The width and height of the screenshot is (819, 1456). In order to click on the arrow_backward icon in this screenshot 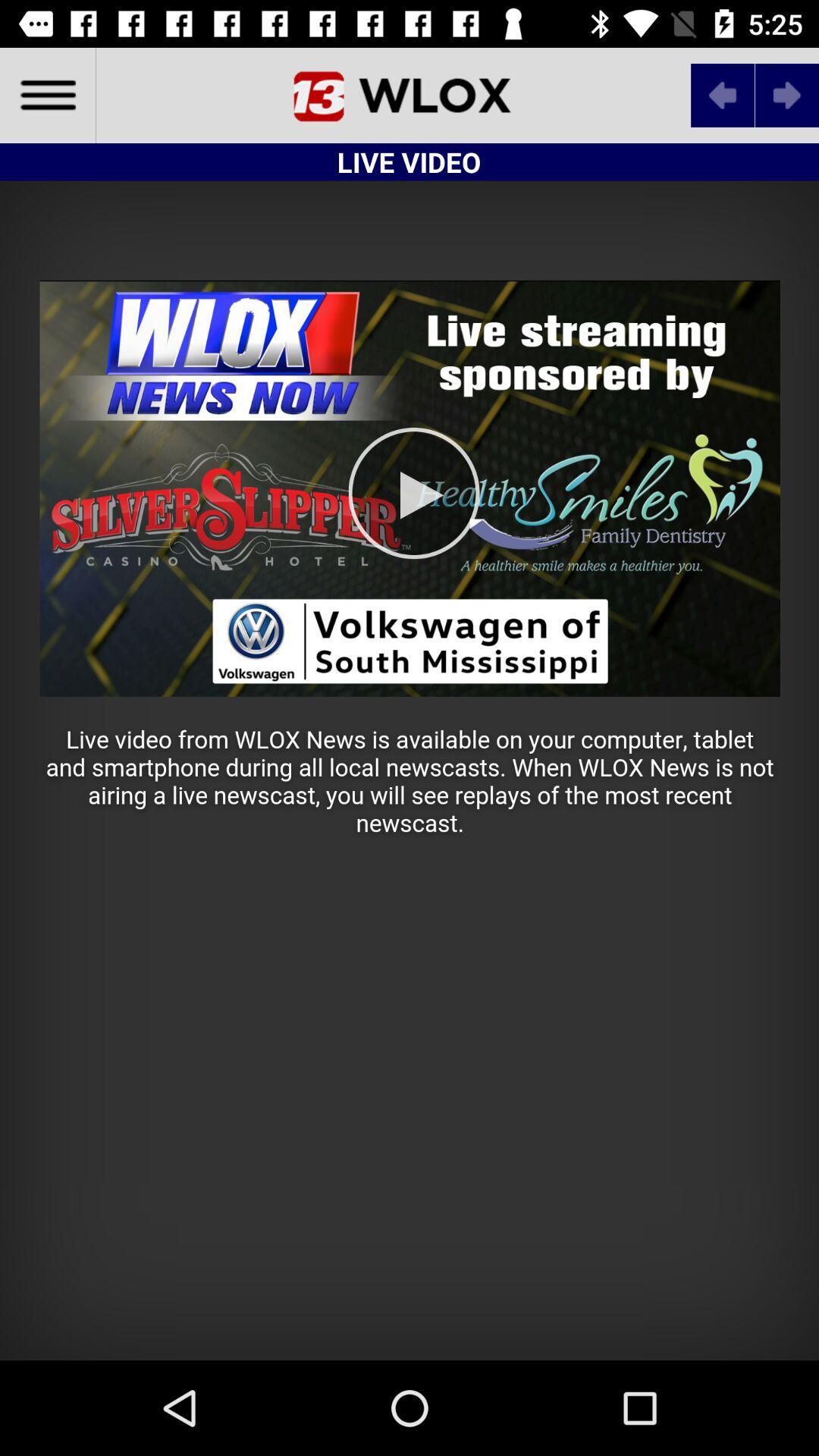, I will do `click(722, 94)`.